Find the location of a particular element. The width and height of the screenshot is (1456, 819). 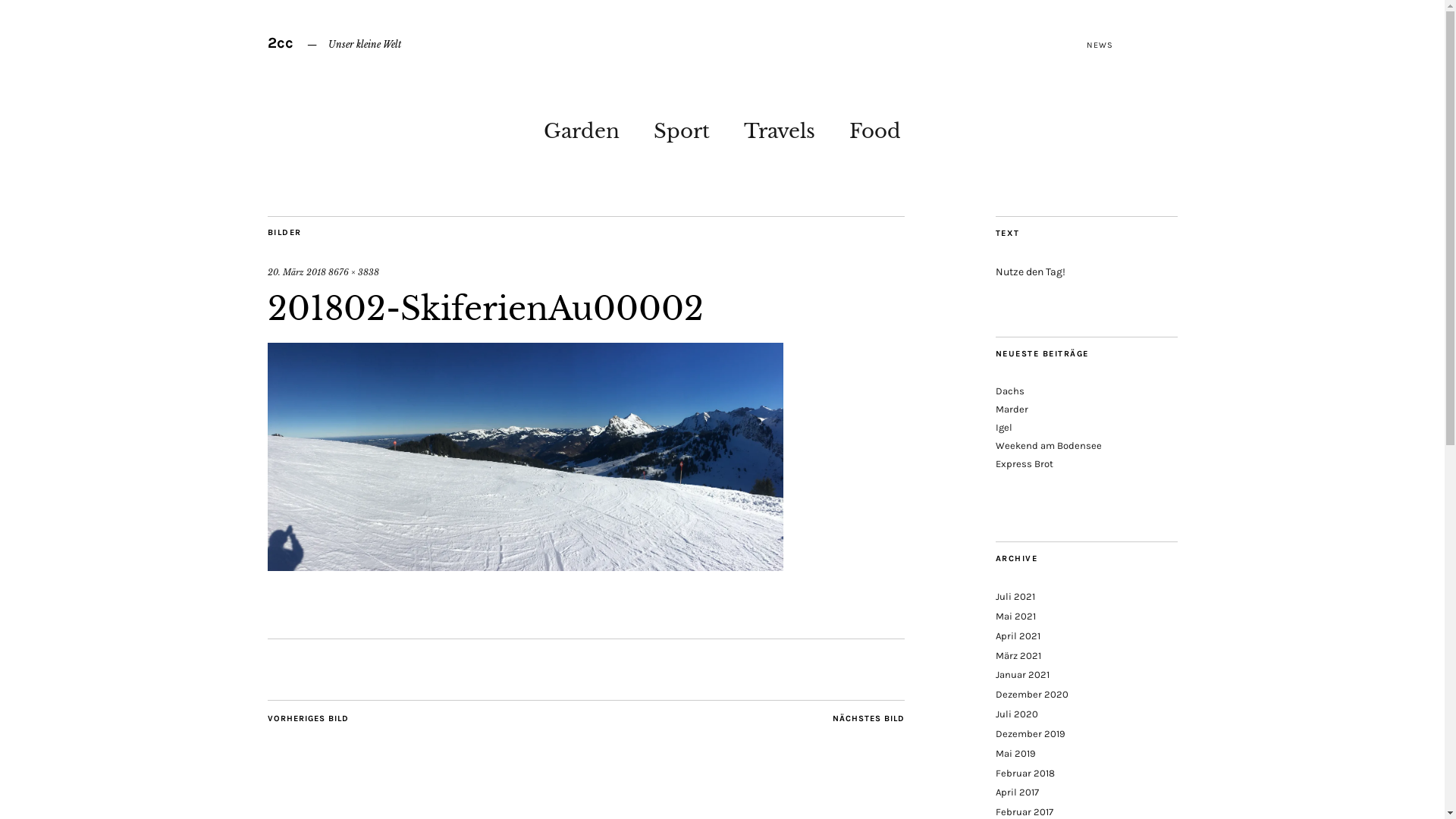

'Sport' is located at coordinates (680, 127).